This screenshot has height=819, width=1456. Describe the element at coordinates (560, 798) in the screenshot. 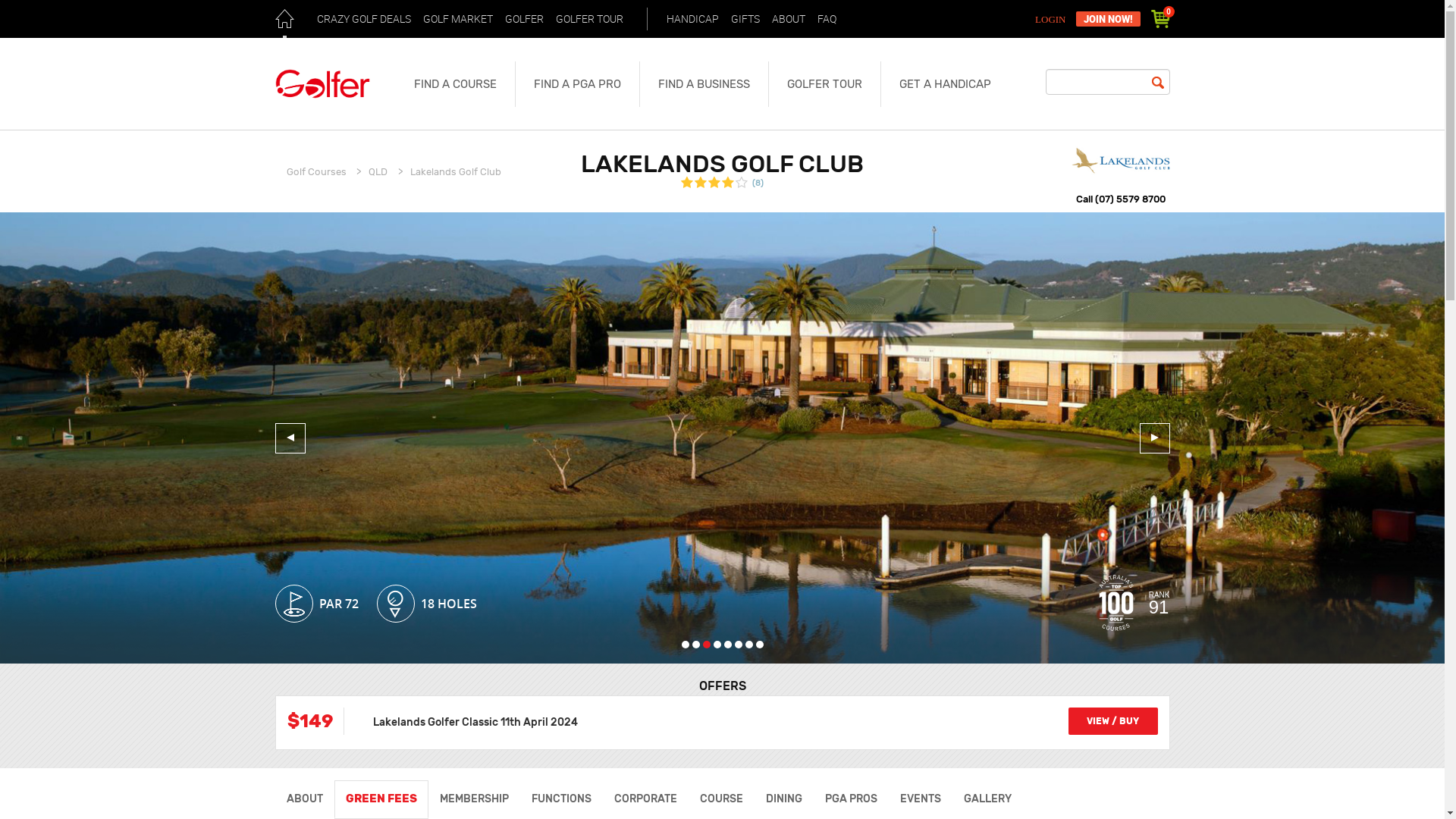

I see `'FUNCTIONS'` at that location.